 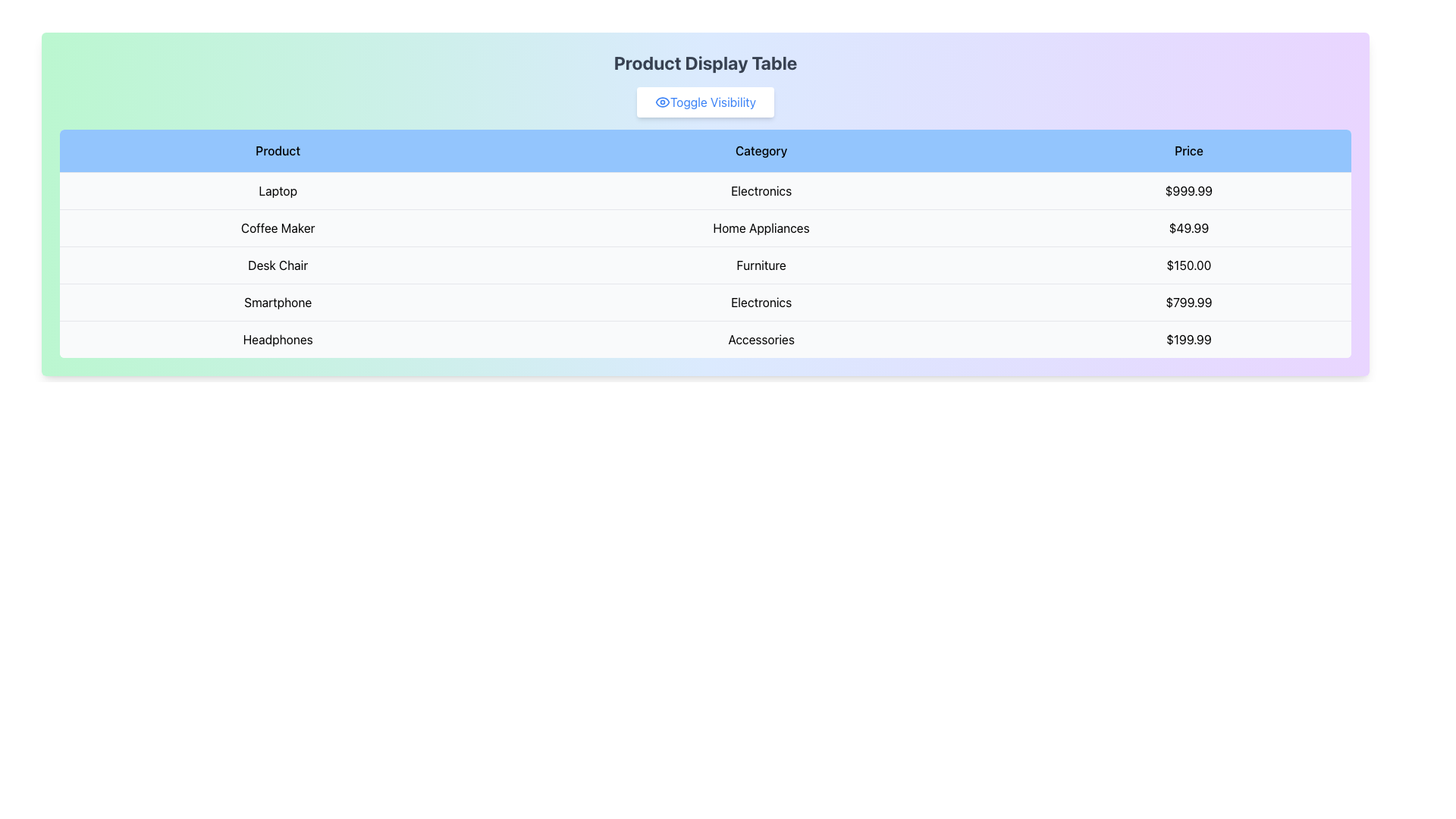 I want to click on the 'Price' table header cell, which is a bold, centered text inside a blue header cell located in the third column of the table header row, so click(x=1188, y=151).